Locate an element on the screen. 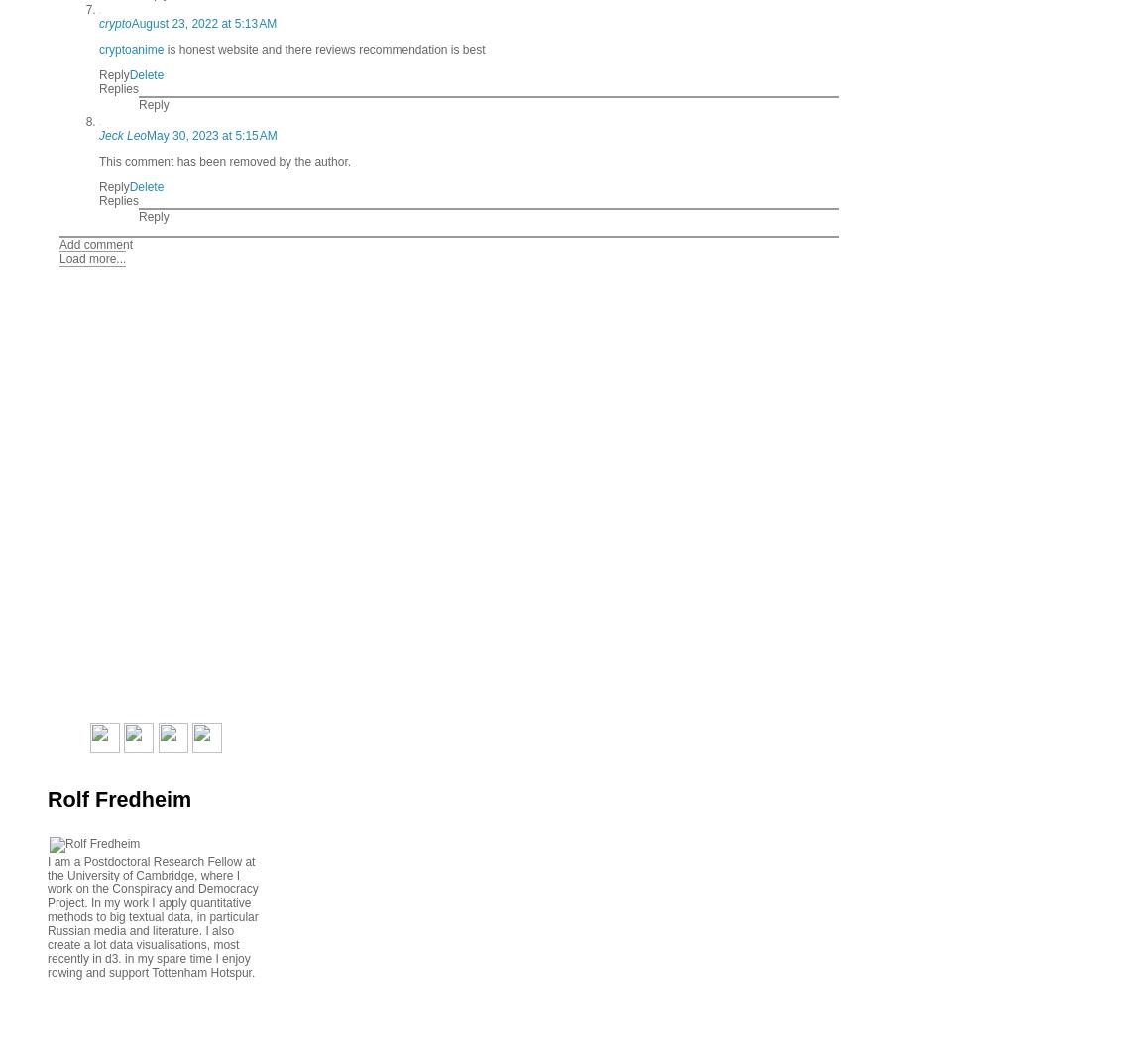 The height and width of the screenshot is (1058, 1148). 'May 30, 2023 at 5:15 AM' is located at coordinates (145, 134).